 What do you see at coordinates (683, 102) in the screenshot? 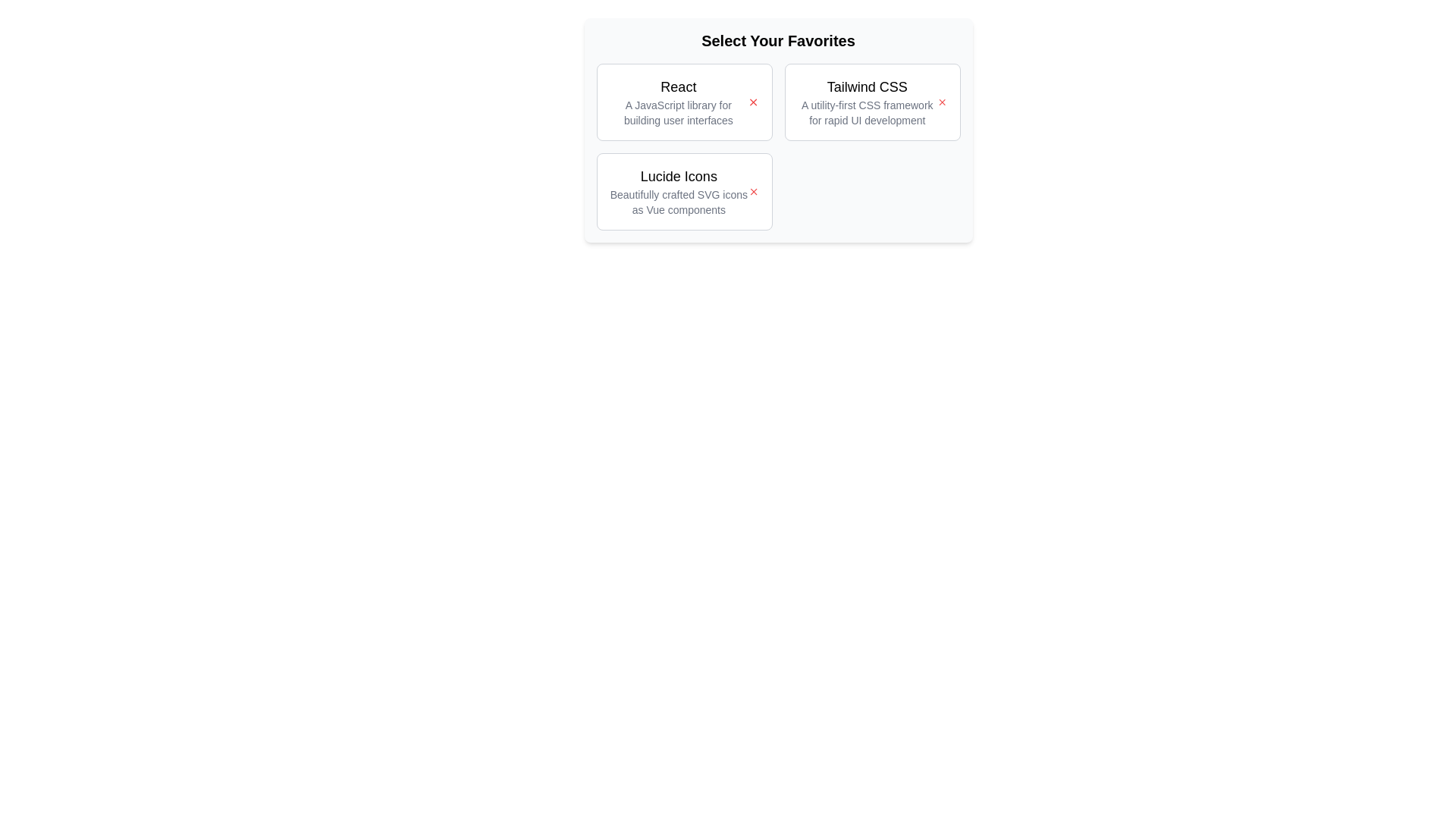
I see `the chip labeled 'React'` at bounding box center [683, 102].